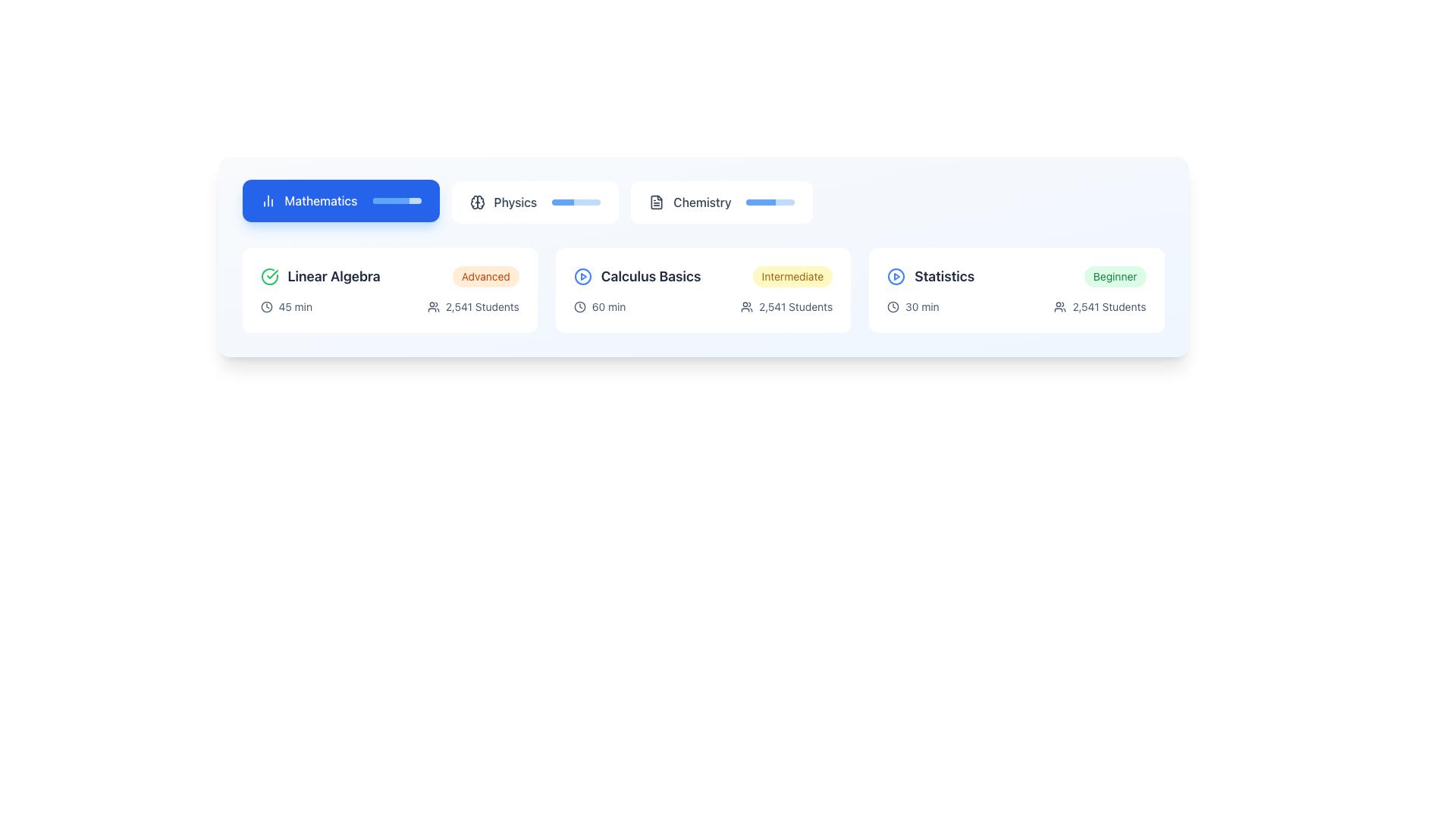 Image resolution: width=1456 pixels, height=819 pixels. What do you see at coordinates (1115, 277) in the screenshot?
I see `the pill-shaped badge labeled 'Beginner' with a green font on a light green background located in the top-right corner of the 'Statistics' card` at bounding box center [1115, 277].